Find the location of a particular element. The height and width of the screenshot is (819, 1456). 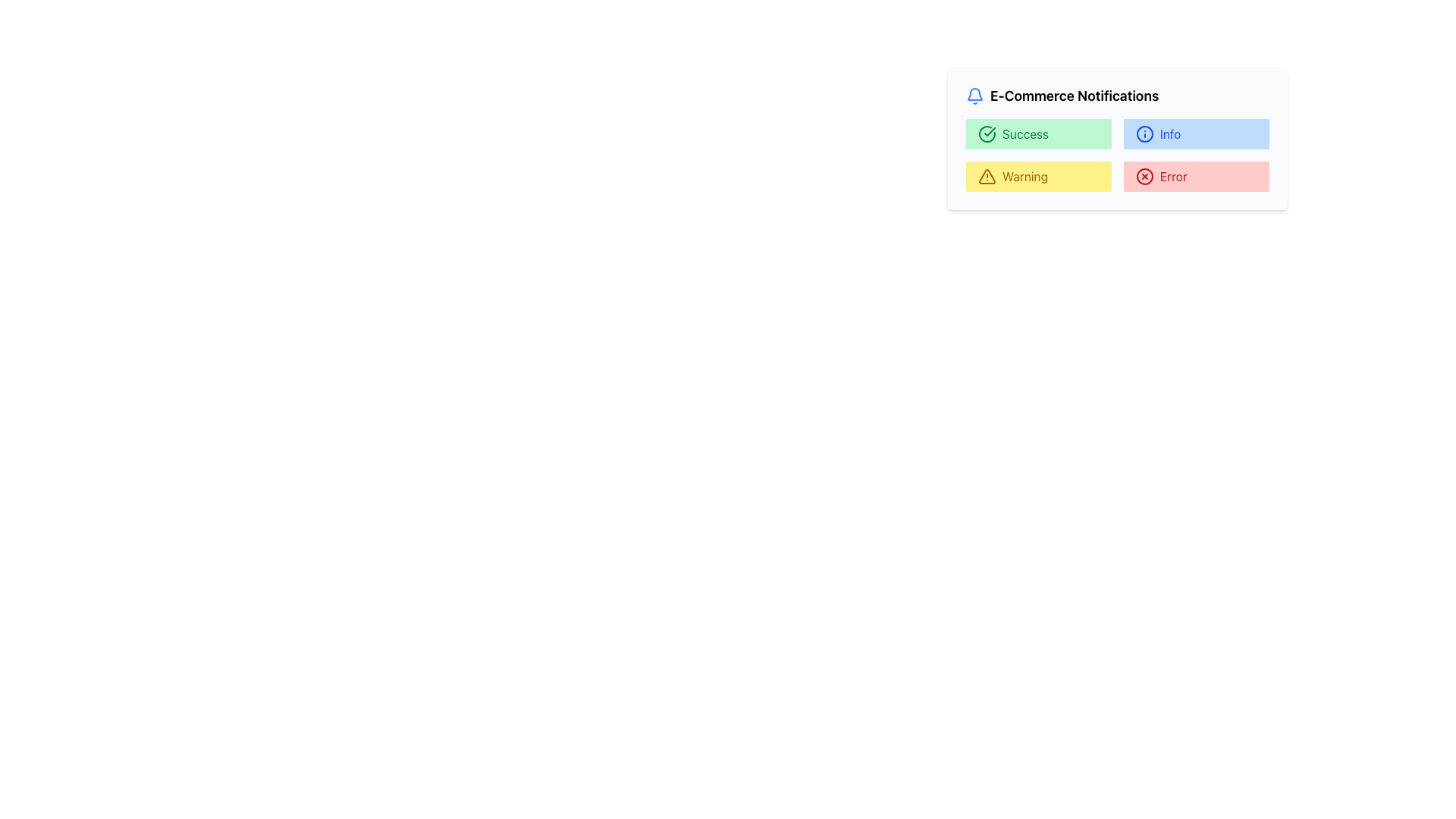

the text label displaying 'Success' in bold green lettering, located within the green notification bar to the right of the green check circle icon is located at coordinates (1025, 133).